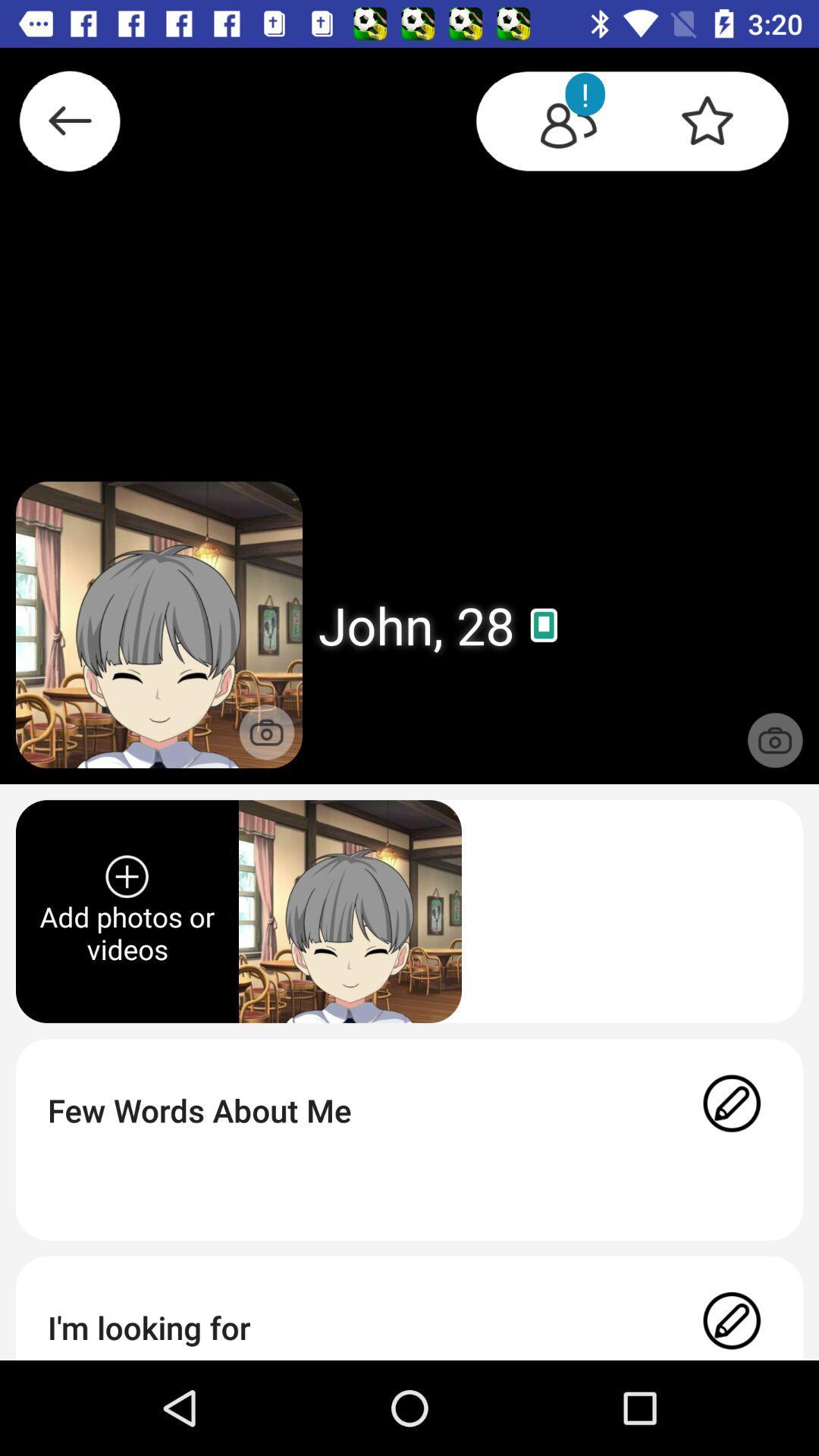 The width and height of the screenshot is (819, 1456). I want to click on the edit icon, so click(731, 1110).